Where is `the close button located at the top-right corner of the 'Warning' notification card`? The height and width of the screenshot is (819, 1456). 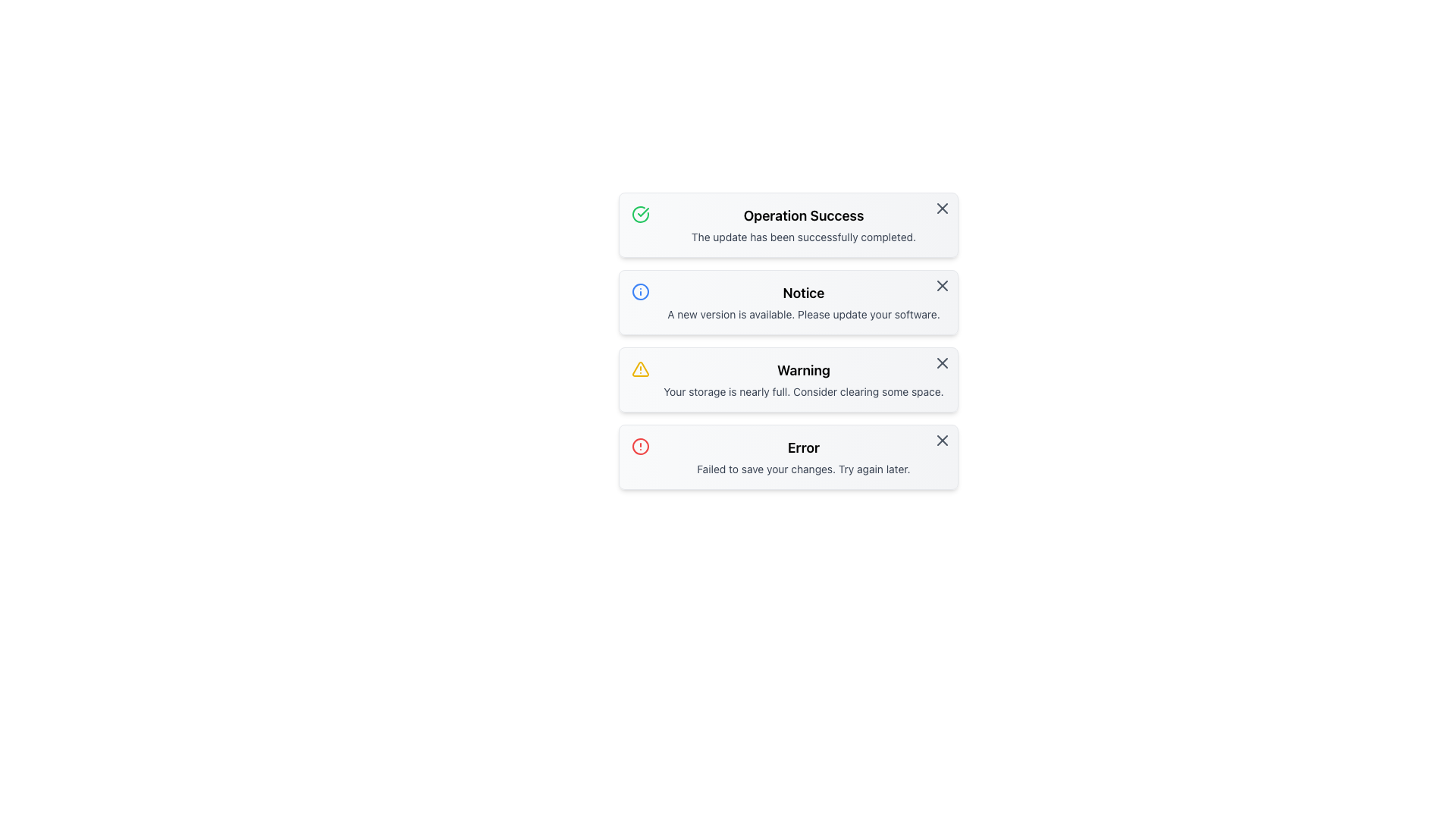
the close button located at the top-right corner of the 'Warning' notification card is located at coordinates (942, 362).